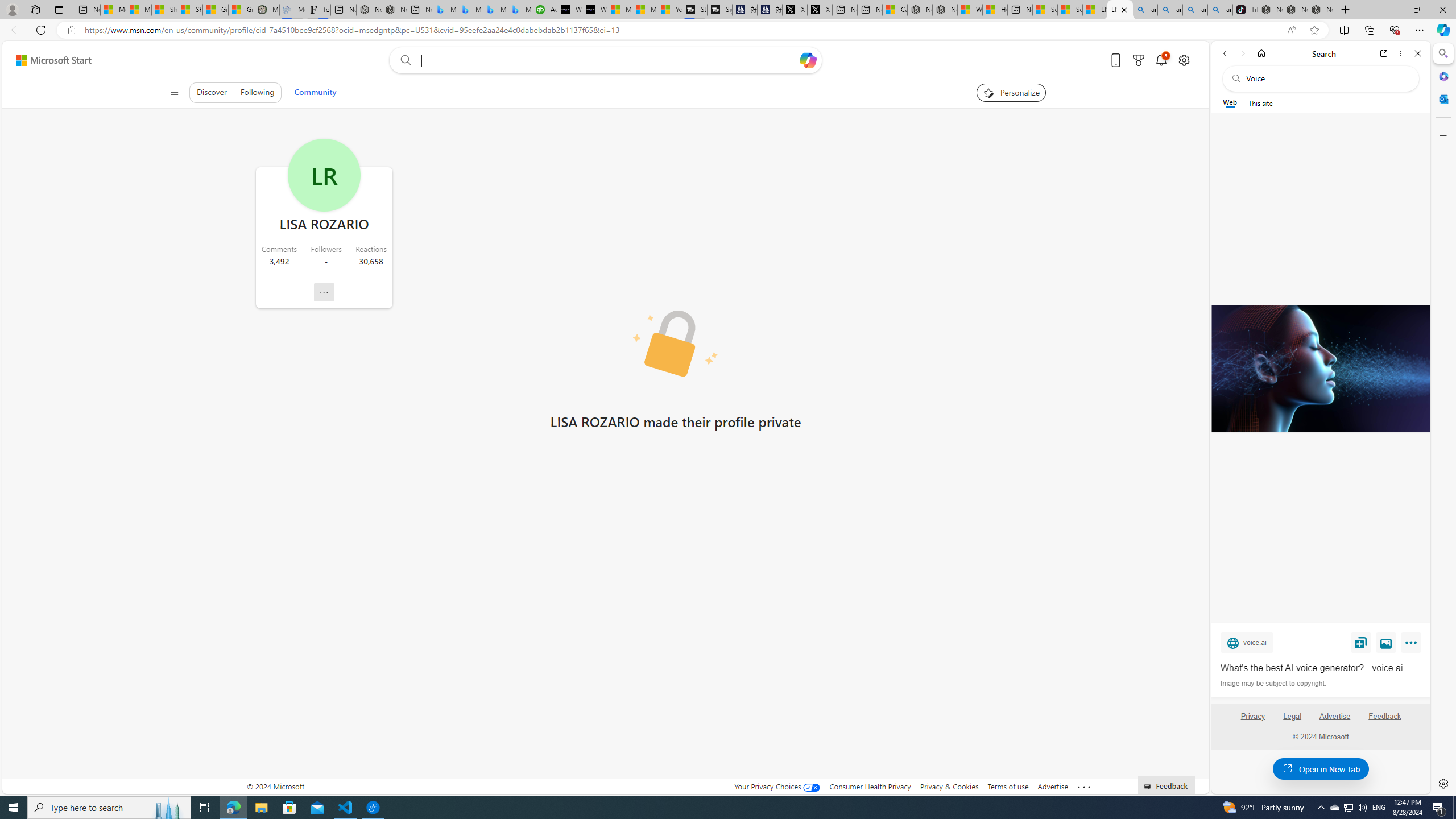 This screenshot has width=1456, height=819. What do you see at coordinates (949, 786) in the screenshot?
I see `'Privacy & Cookies'` at bounding box center [949, 786].